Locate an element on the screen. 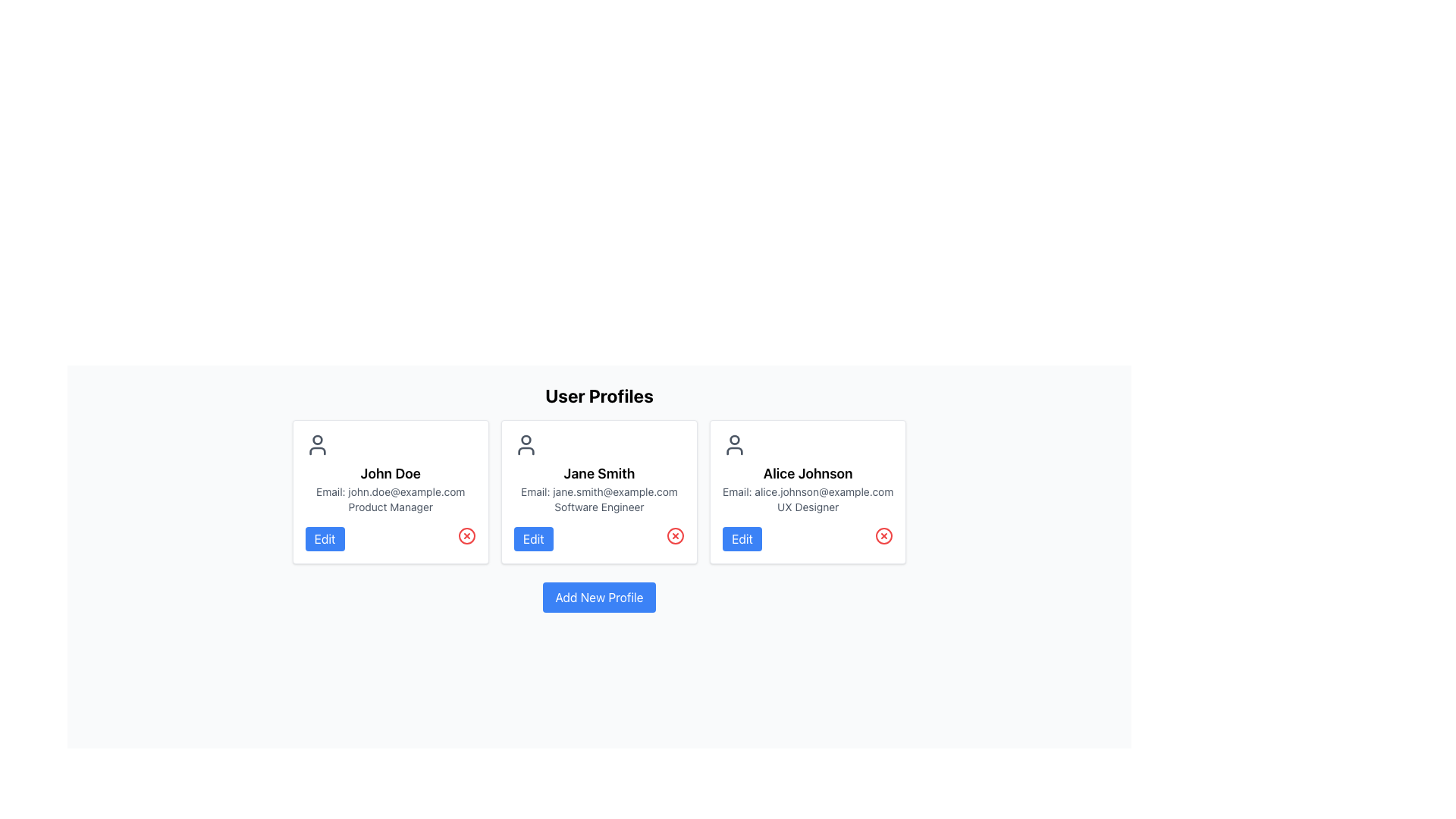 This screenshot has height=819, width=1456. the user icon for 'Alice Johnson', which is located at the top center of her profile card, above her name, email, and job title is located at coordinates (735, 444).